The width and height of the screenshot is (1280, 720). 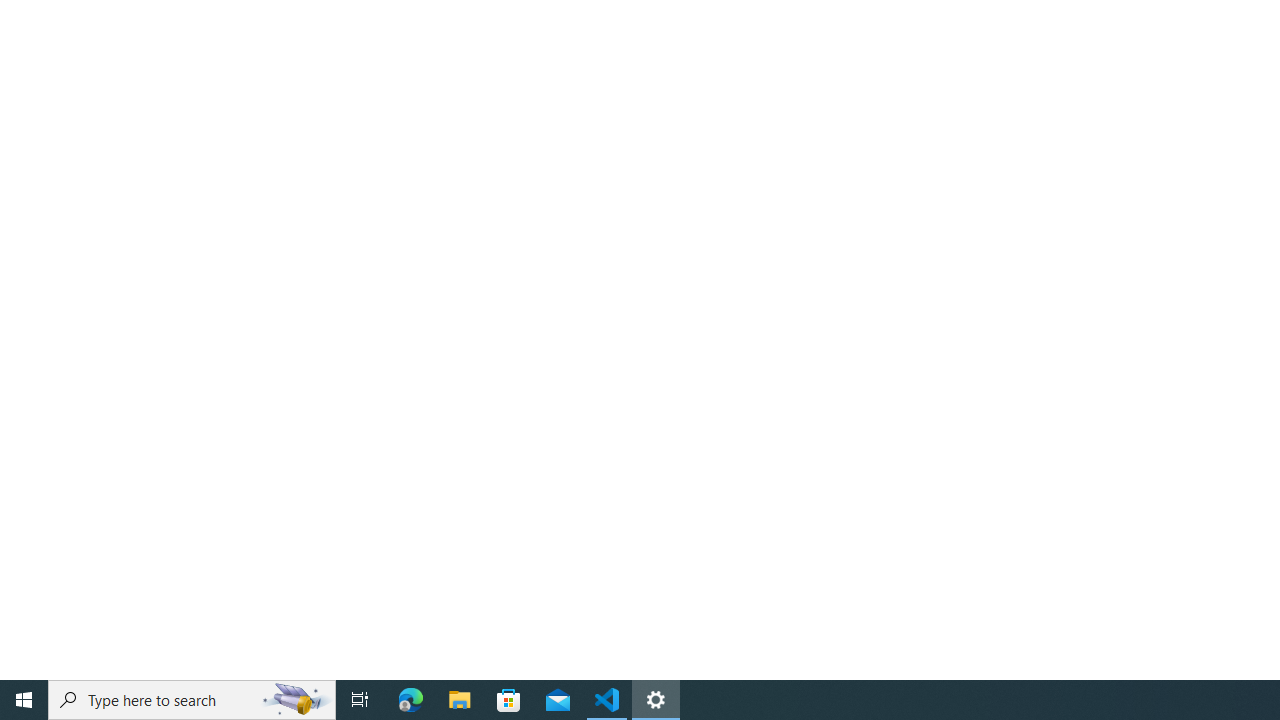 What do you see at coordinates (294, 698) in the screenshot?
I see `'Search highlights icon opens search home window'` at bounding box center [294, 698].